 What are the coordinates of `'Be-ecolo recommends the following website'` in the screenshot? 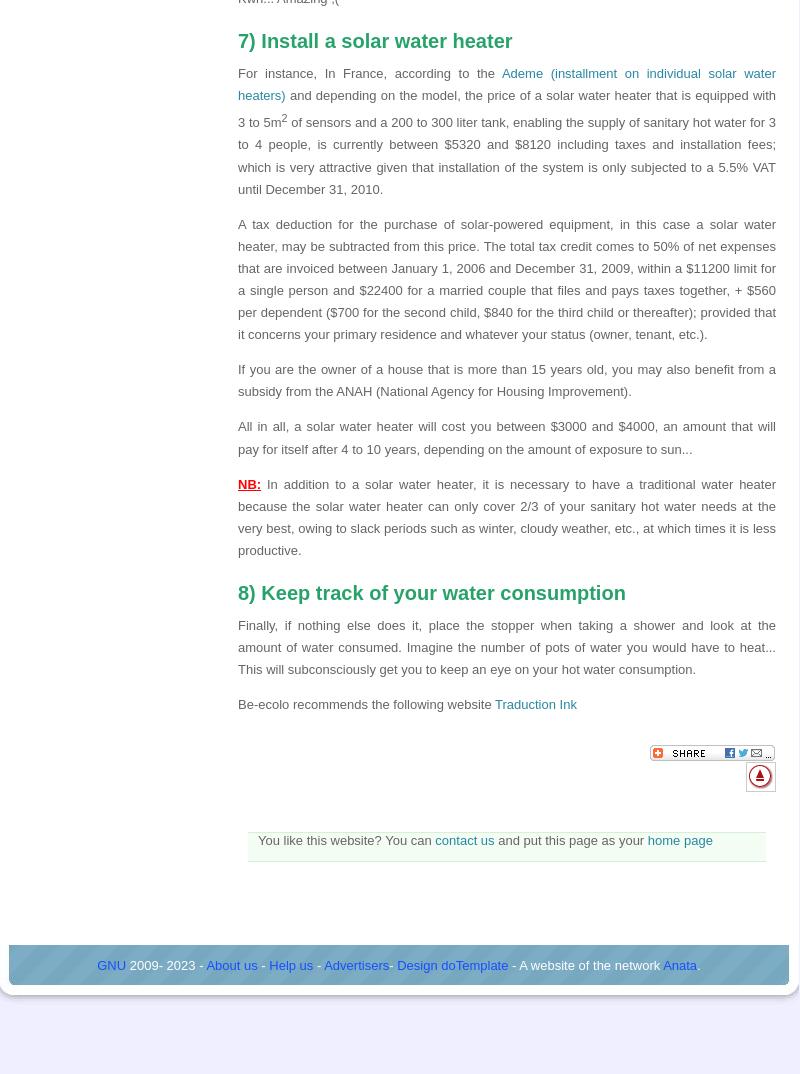 It's located at (366, 704).